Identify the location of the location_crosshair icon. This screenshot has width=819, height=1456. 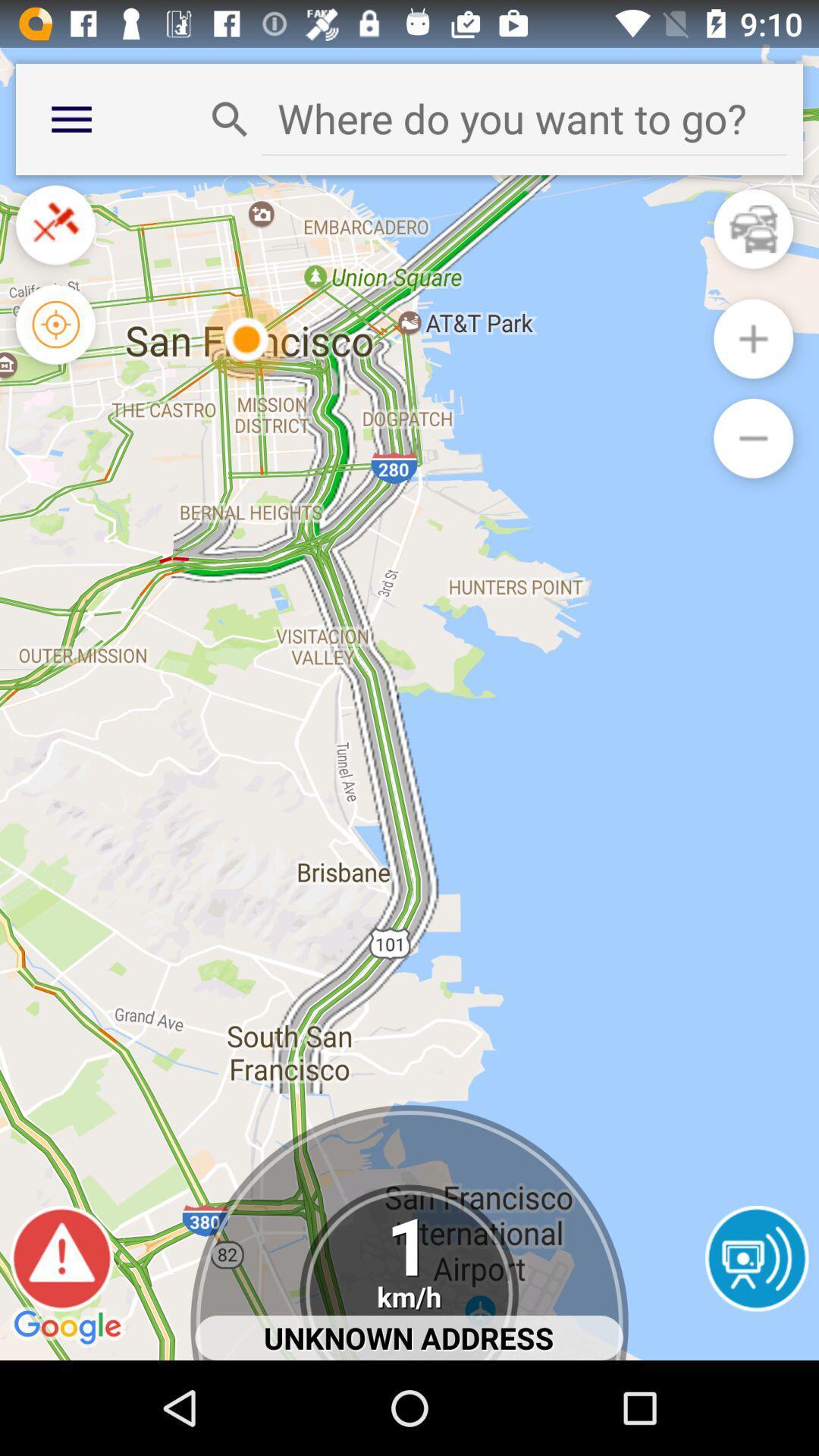
(55, 347).